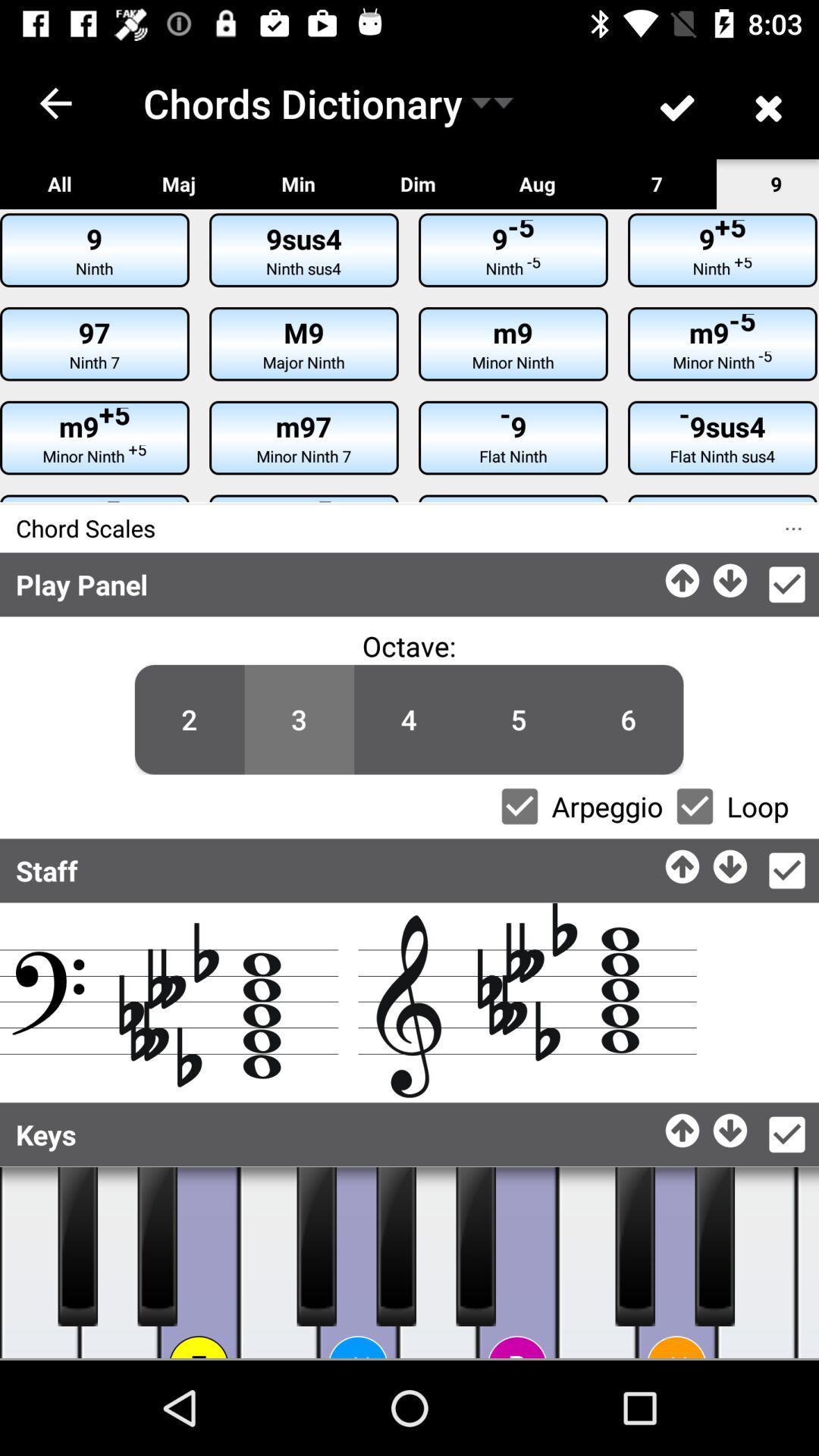  What do you see at coordinates (806, 1263) in the screenshot?
I see `piano white key` at bounding box center [806, 1263].